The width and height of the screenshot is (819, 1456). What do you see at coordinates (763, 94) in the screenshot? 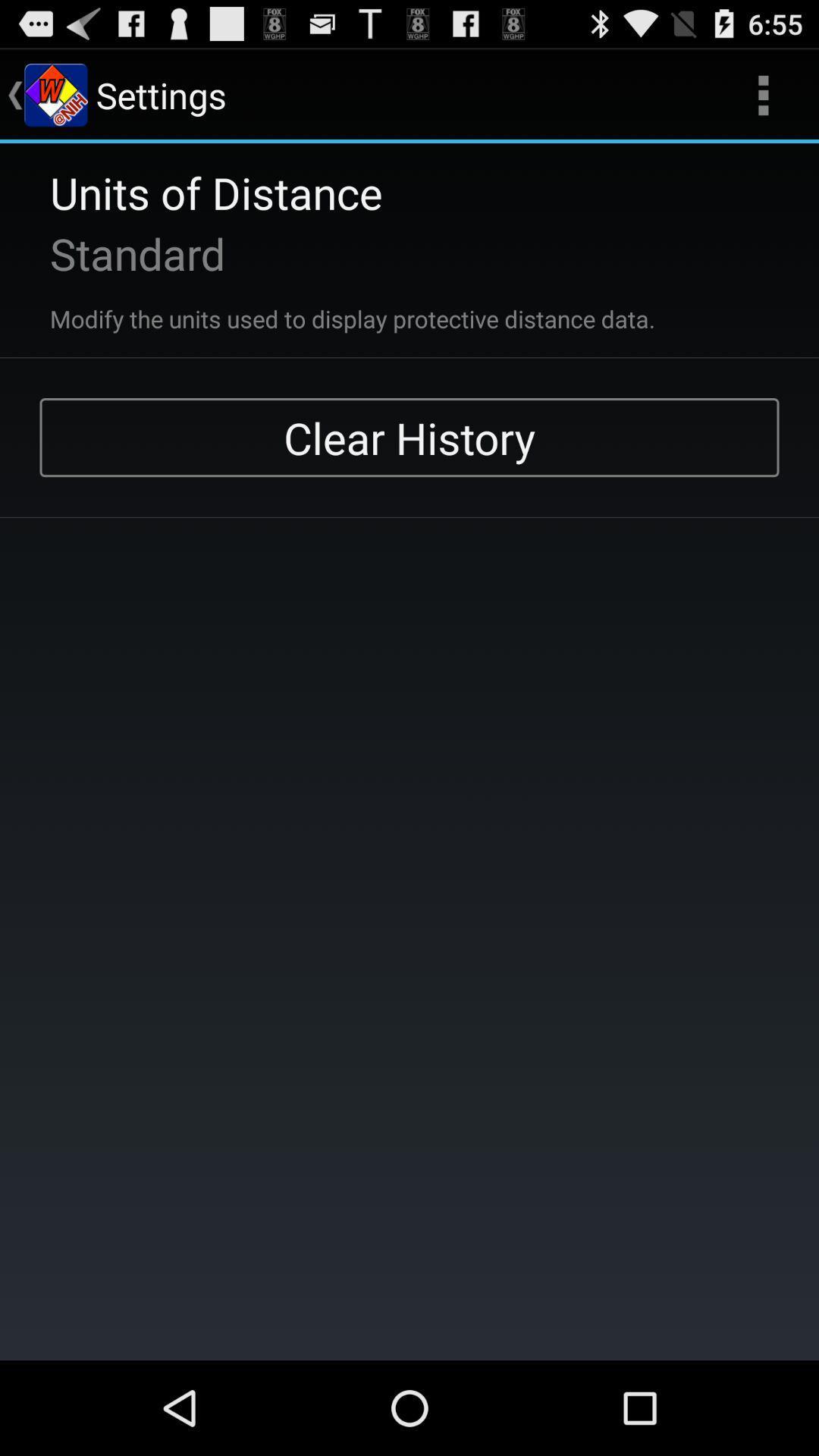
I see `the item at the top right corner` at bounding box center [763, 94].